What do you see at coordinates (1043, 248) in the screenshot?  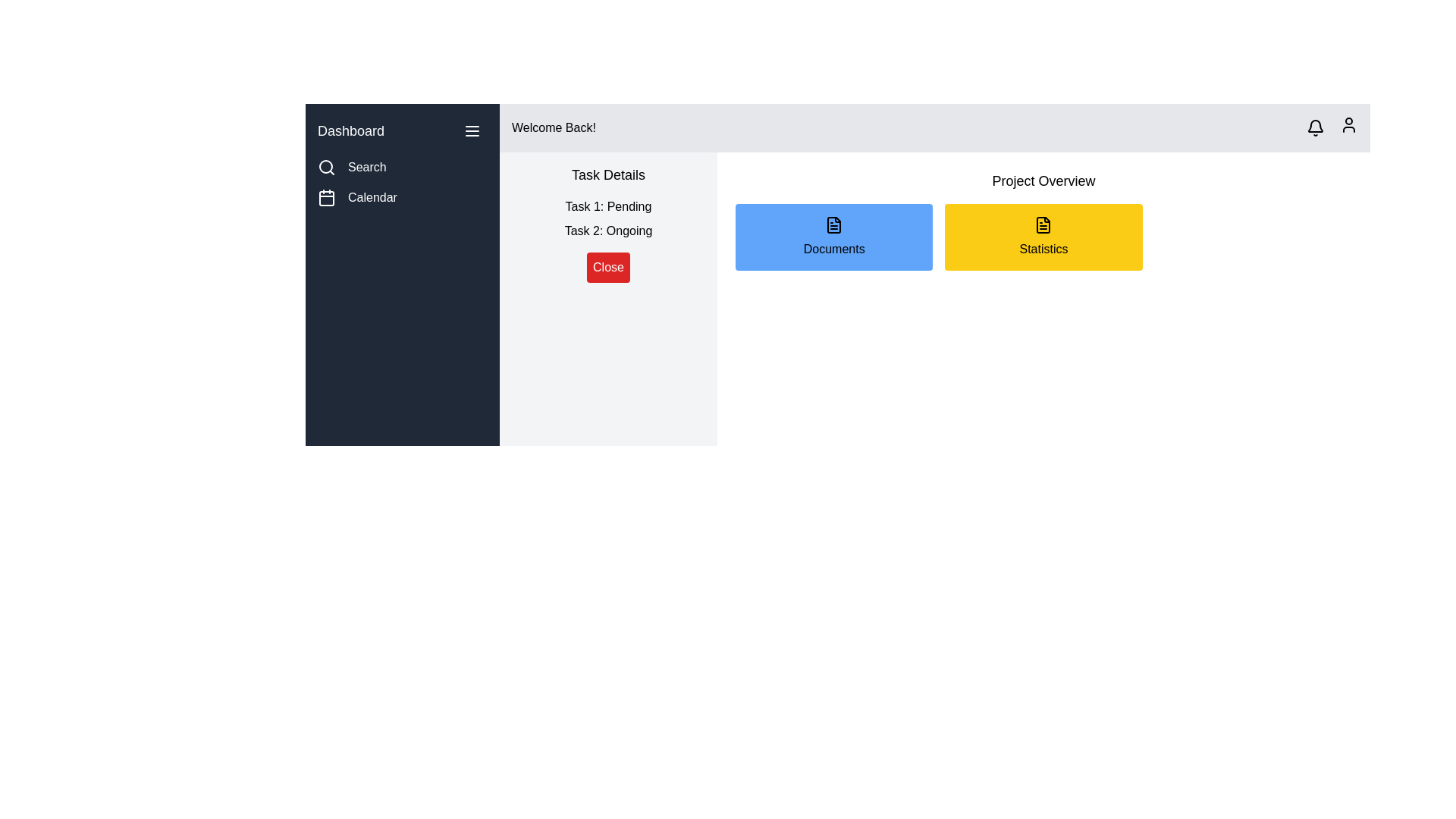 I see `the Text Label located in the center of the yellow background box under the 'Project Overview' section, which informs users about related statistics` at bounding box center [1043, 248].